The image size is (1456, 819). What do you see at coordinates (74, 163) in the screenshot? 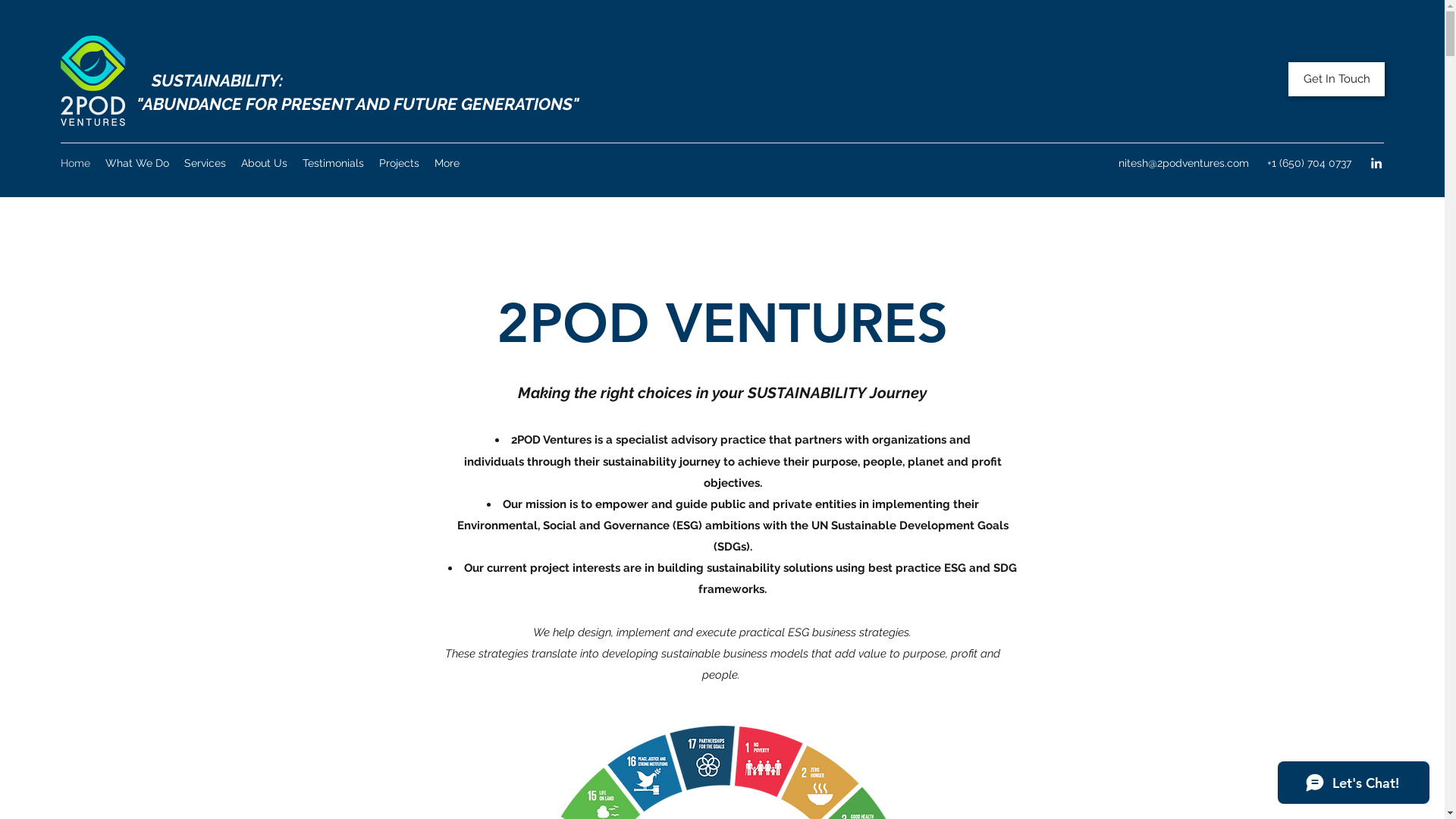
I see `'Home'` at bounding box center [74, 163].